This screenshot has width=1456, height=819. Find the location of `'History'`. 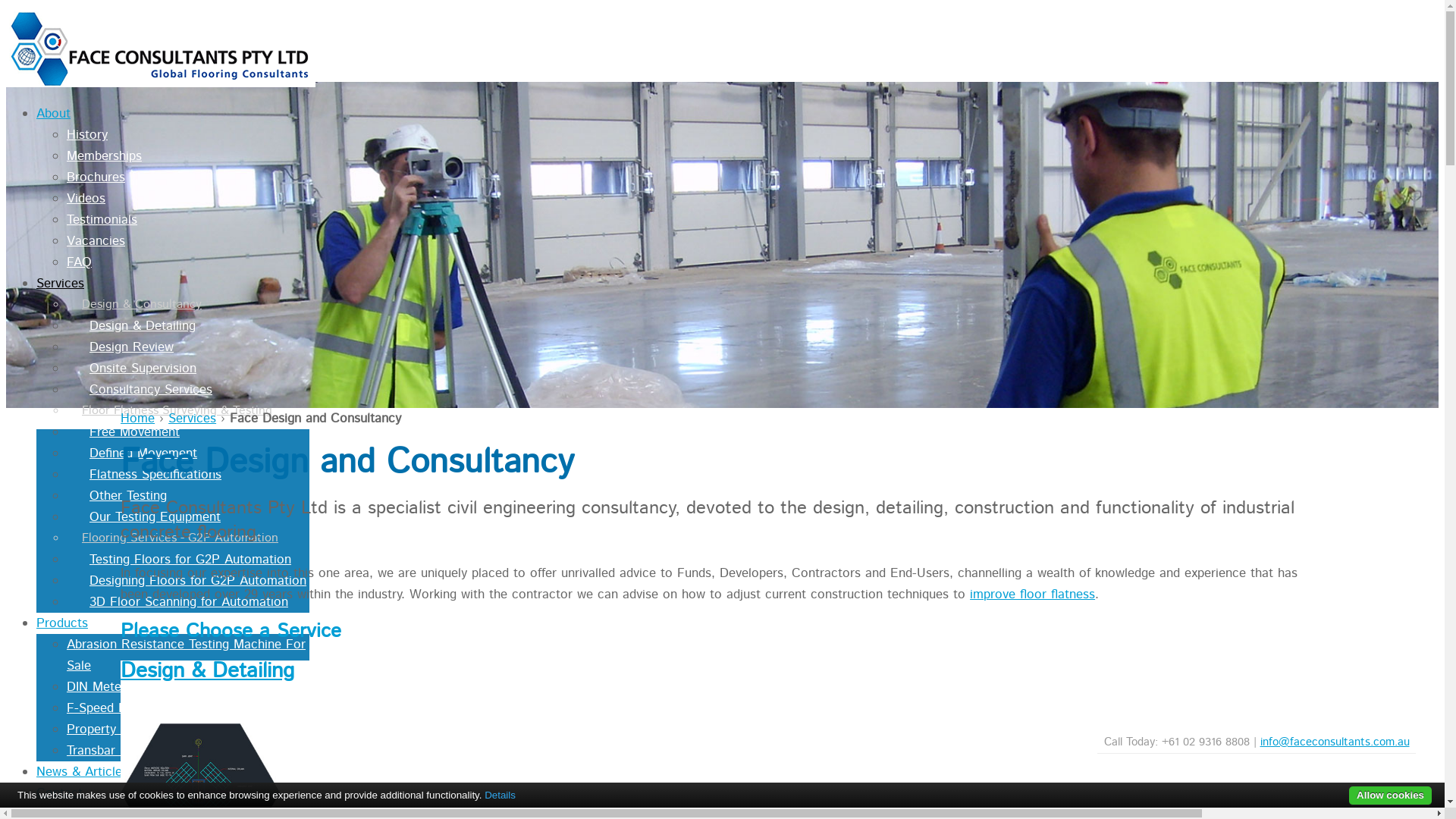

'History' is located at coordinates (65, 133).